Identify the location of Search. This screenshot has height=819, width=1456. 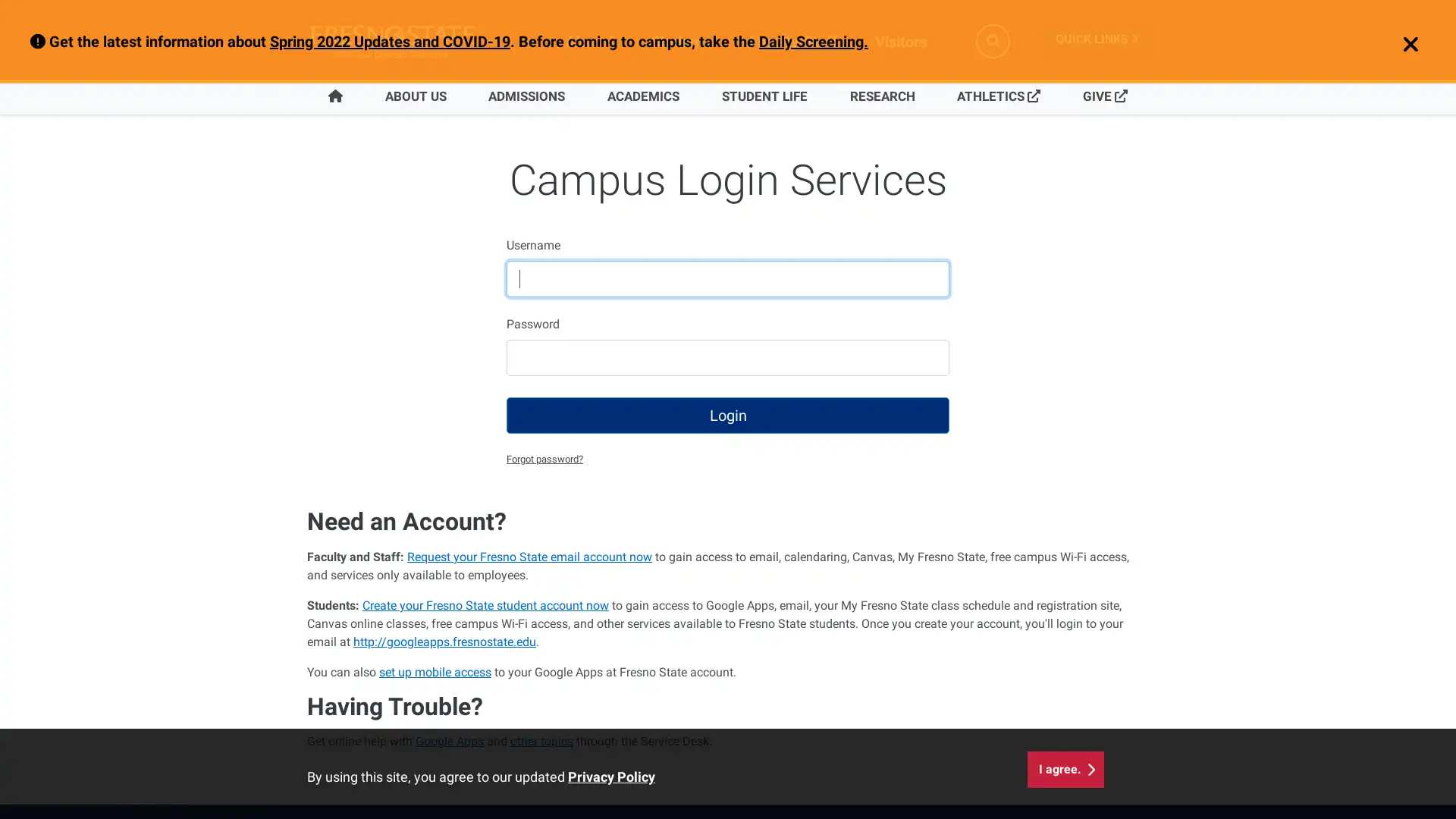
(993, 40).